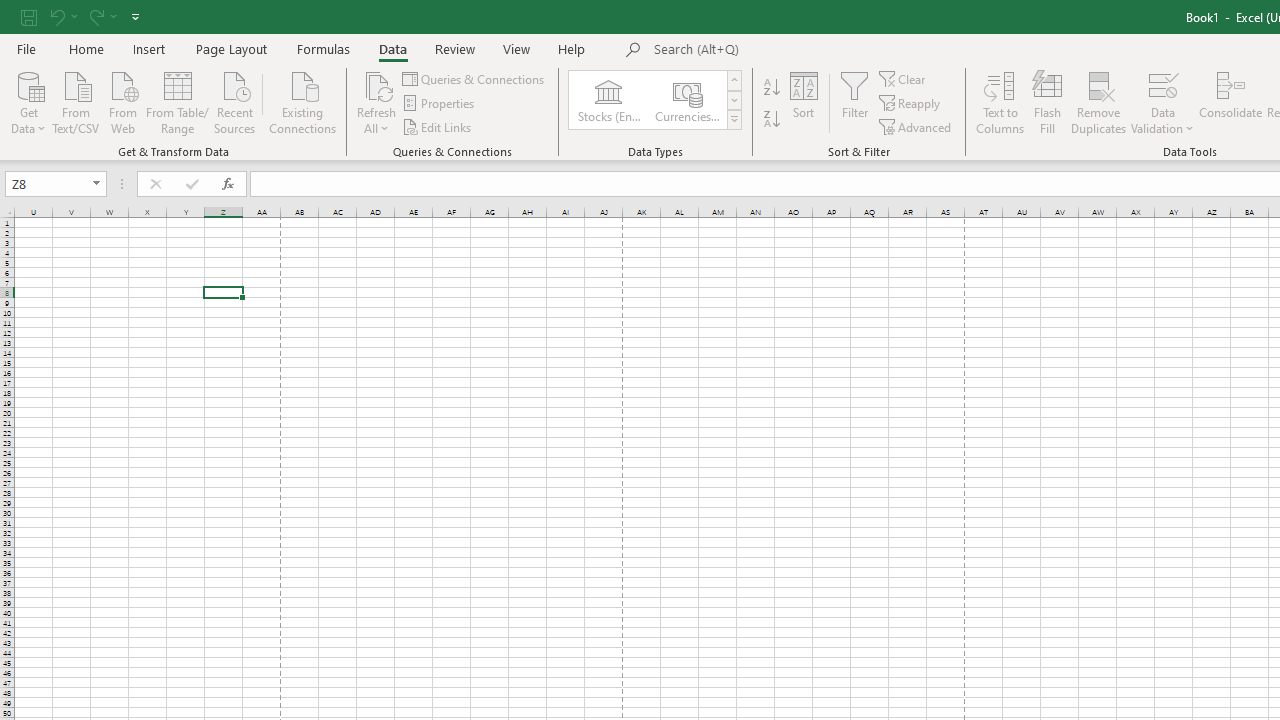 Image resolution: width=1280 pixels, height=720 pixels. What do you see at coordinates (771, 119) in the screenshot?
I see `'Sort Z to A'` at bounding box center [771, 119].